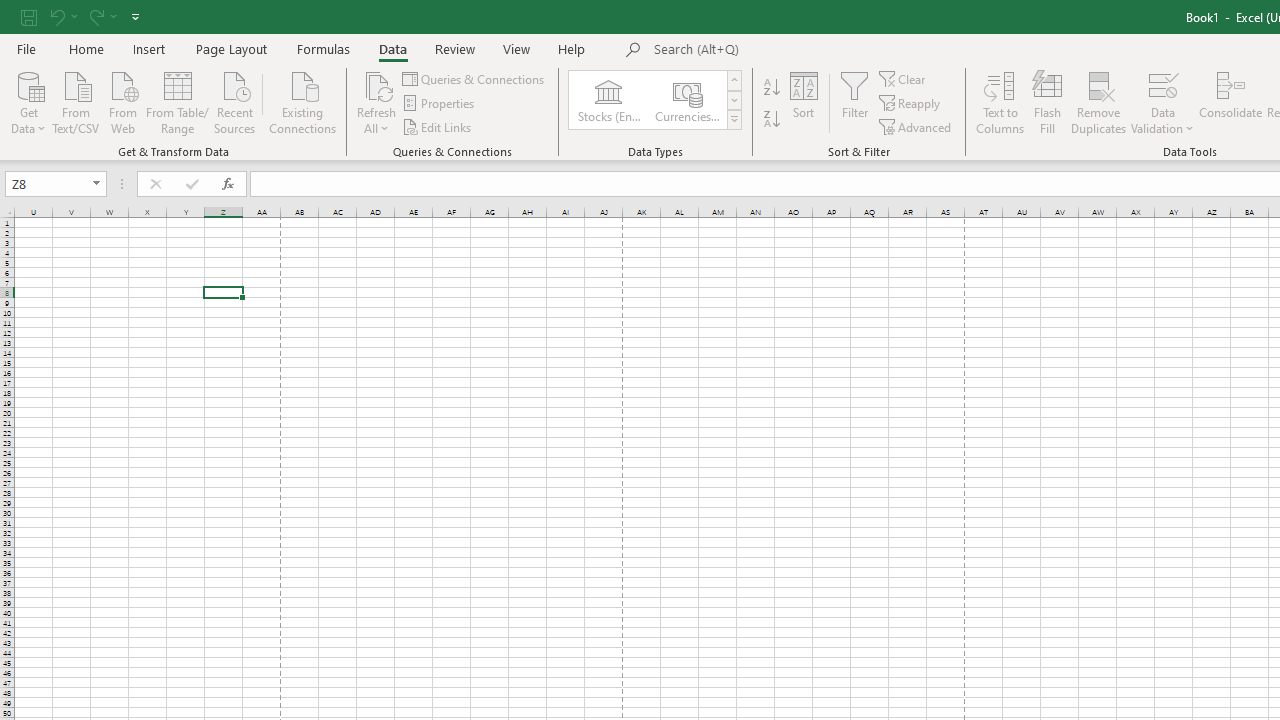 Image resolution: width=1280 pixels, height=720 pixels. What do you see at coordinates (771, 119) in the screenshot?
I see `'Sort Z to A'` at bounding box center [771, 119].